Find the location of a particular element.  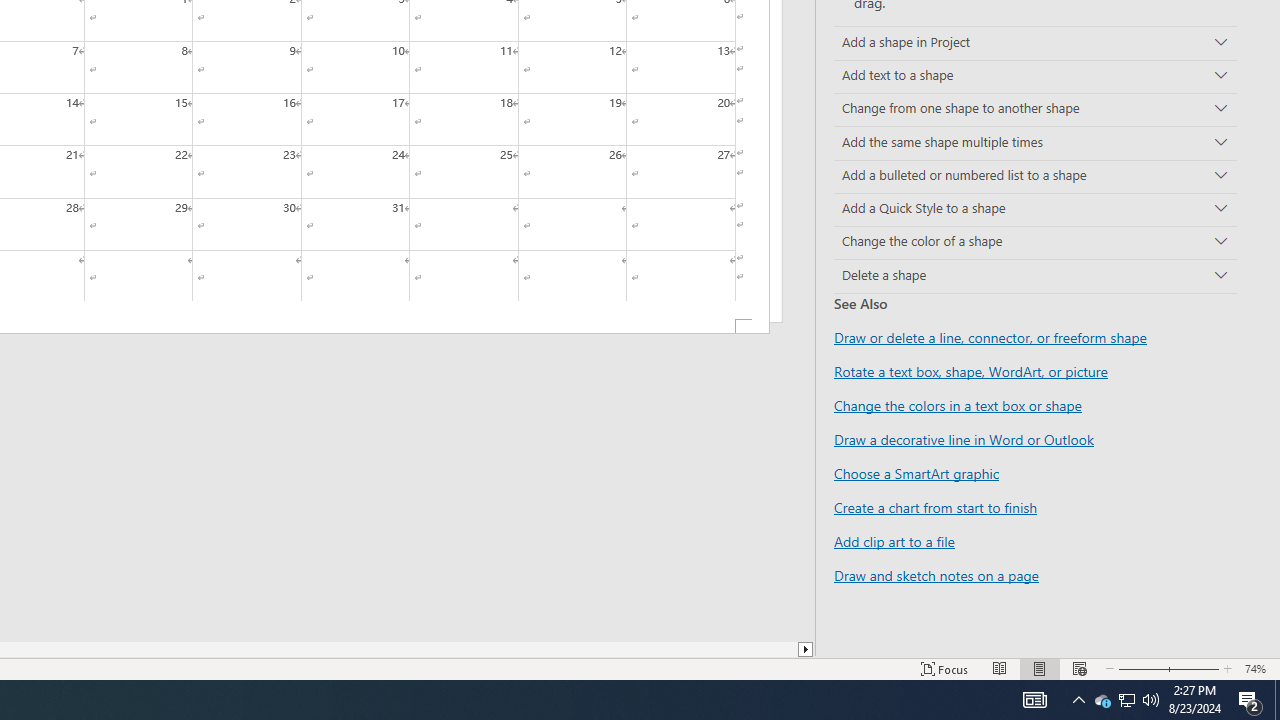

'Change the colors in a text box or shape' is located at coordinates (957, 405).